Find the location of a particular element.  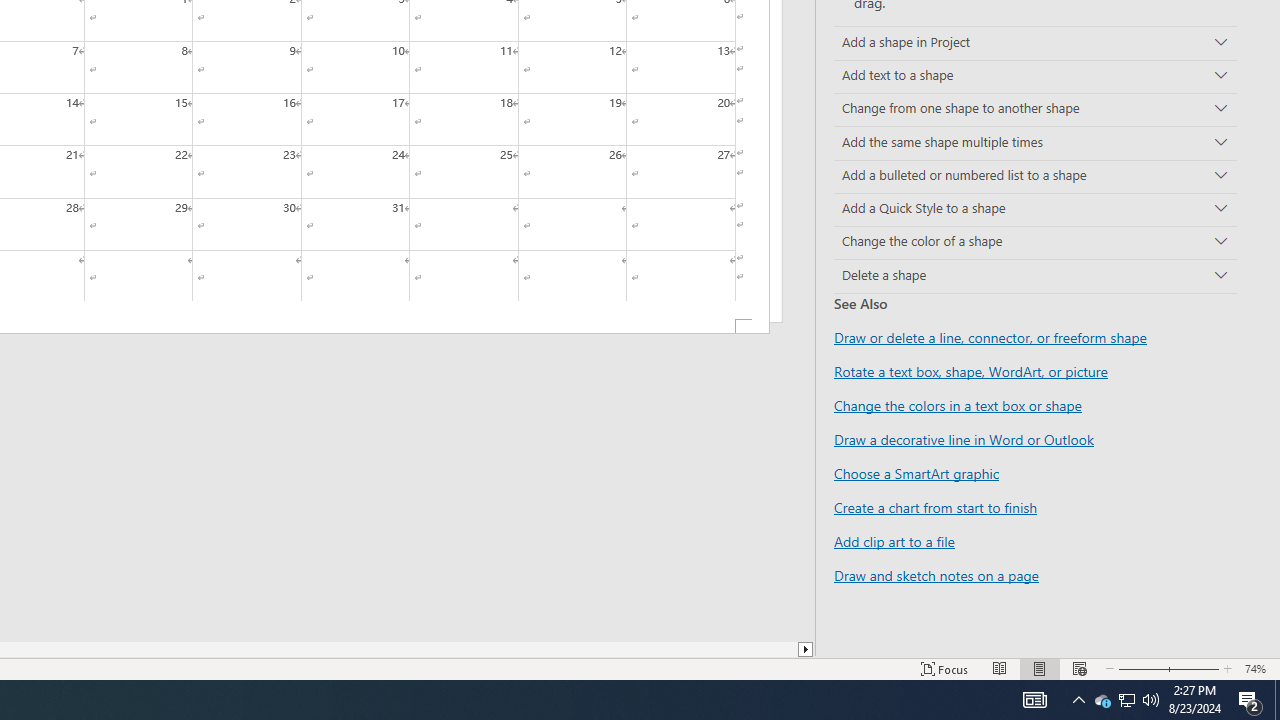

'Change the colors in a text box or shape' is located at coordinates (957, 405).